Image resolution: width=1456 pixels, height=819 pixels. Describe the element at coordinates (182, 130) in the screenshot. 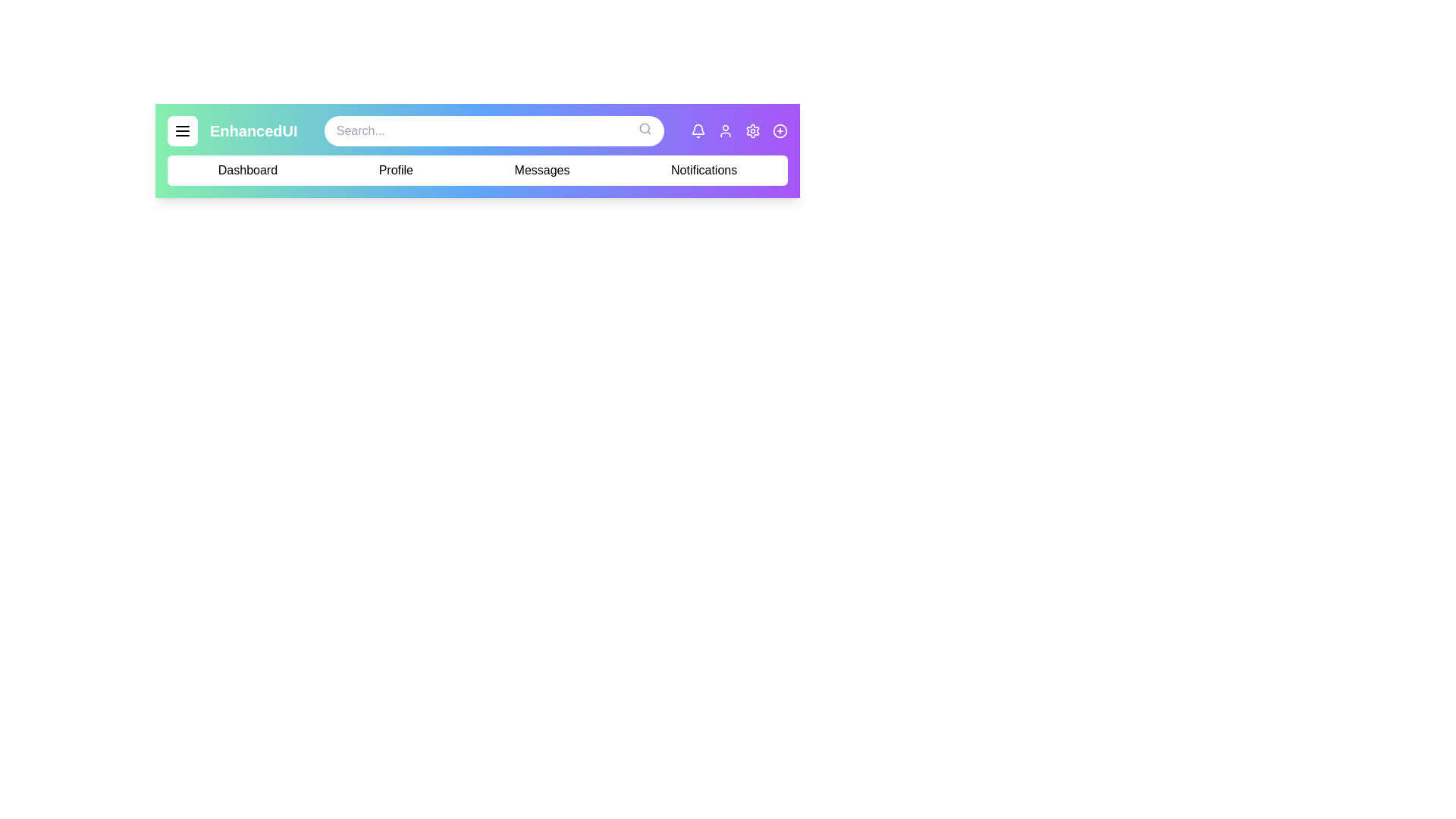

I see `the menu button to toggle the menu visibility` at that location.